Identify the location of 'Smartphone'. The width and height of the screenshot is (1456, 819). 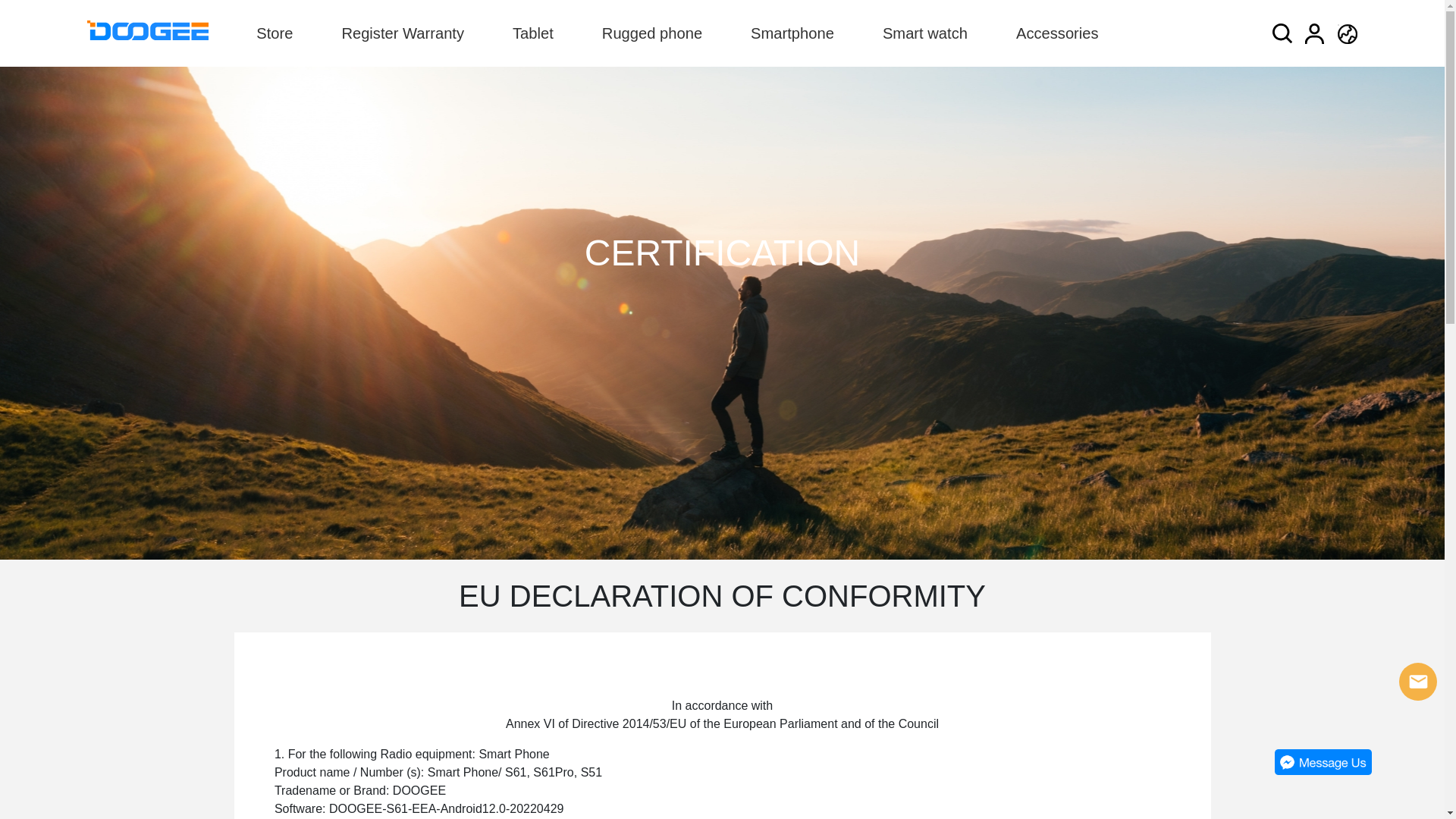
(750, 33).